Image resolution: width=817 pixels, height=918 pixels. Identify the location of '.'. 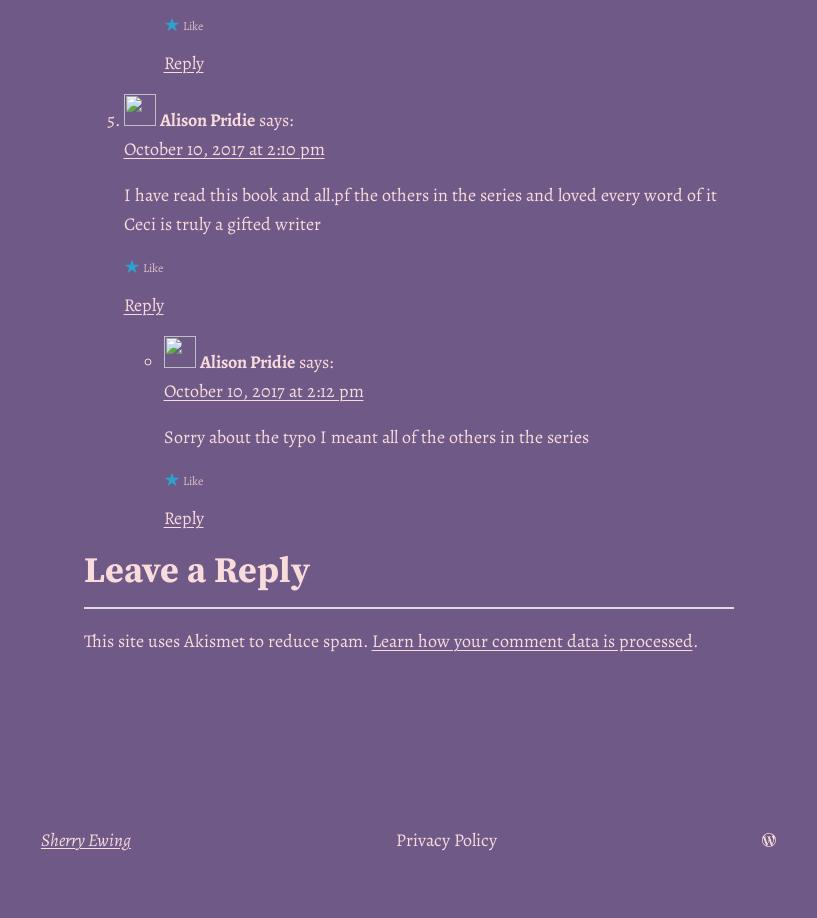
(693, 641).